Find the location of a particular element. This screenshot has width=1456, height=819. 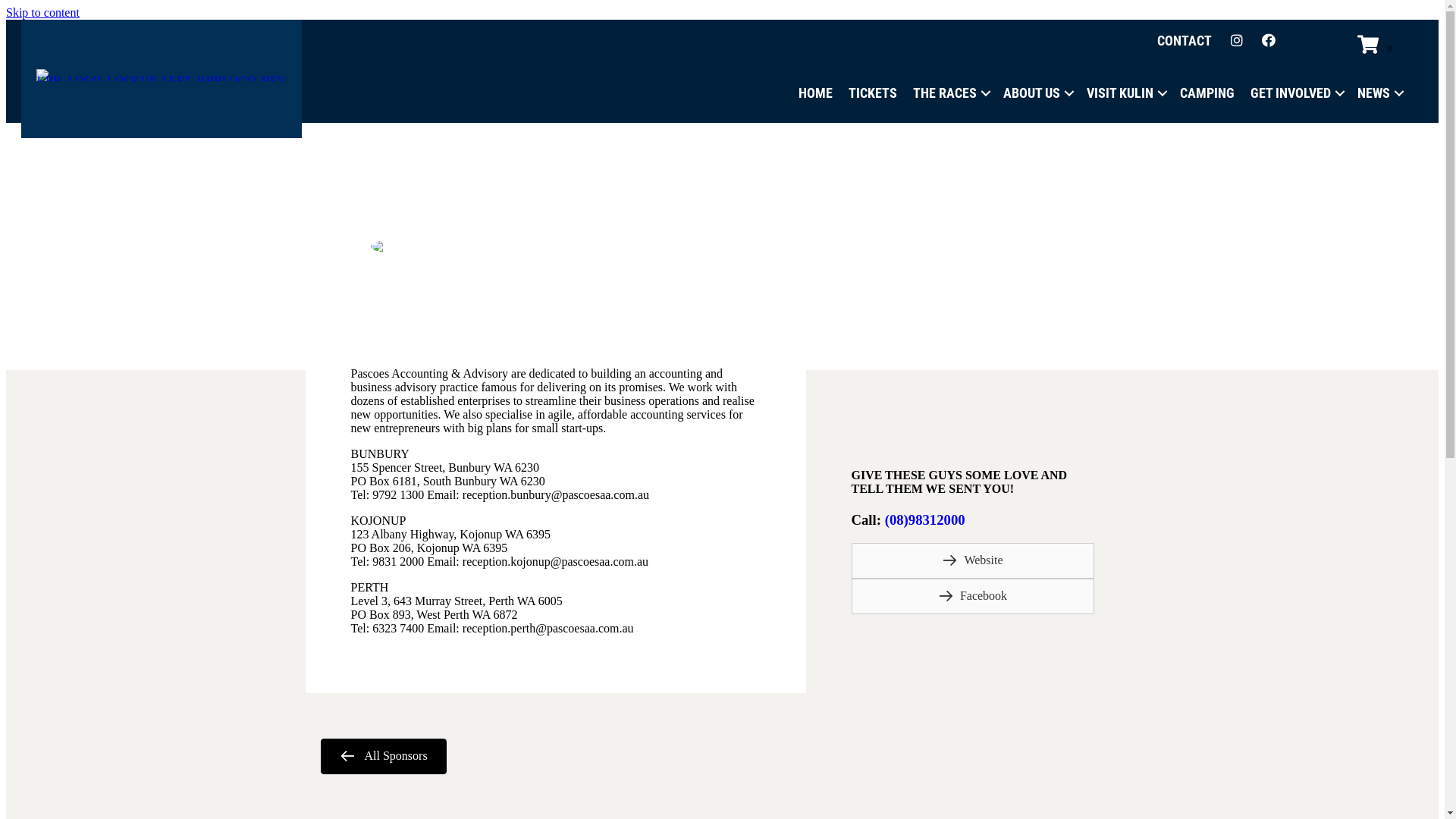

'NEWS' is located at coordinates (1379, 93).